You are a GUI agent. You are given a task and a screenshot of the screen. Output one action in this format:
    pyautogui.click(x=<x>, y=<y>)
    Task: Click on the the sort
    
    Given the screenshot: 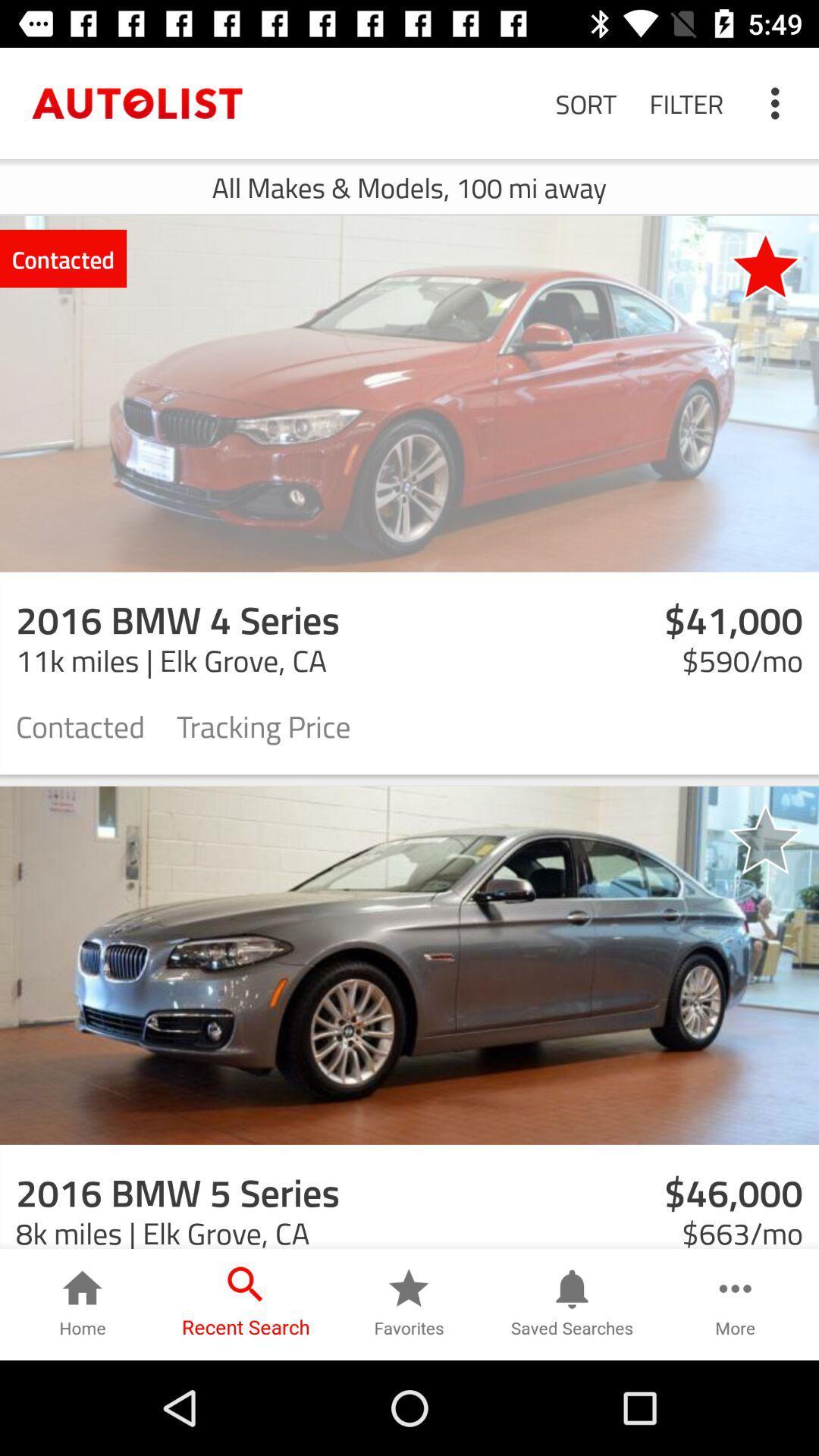 What is the action you would take?
    pyautogui.click(x=585, y=102)
    